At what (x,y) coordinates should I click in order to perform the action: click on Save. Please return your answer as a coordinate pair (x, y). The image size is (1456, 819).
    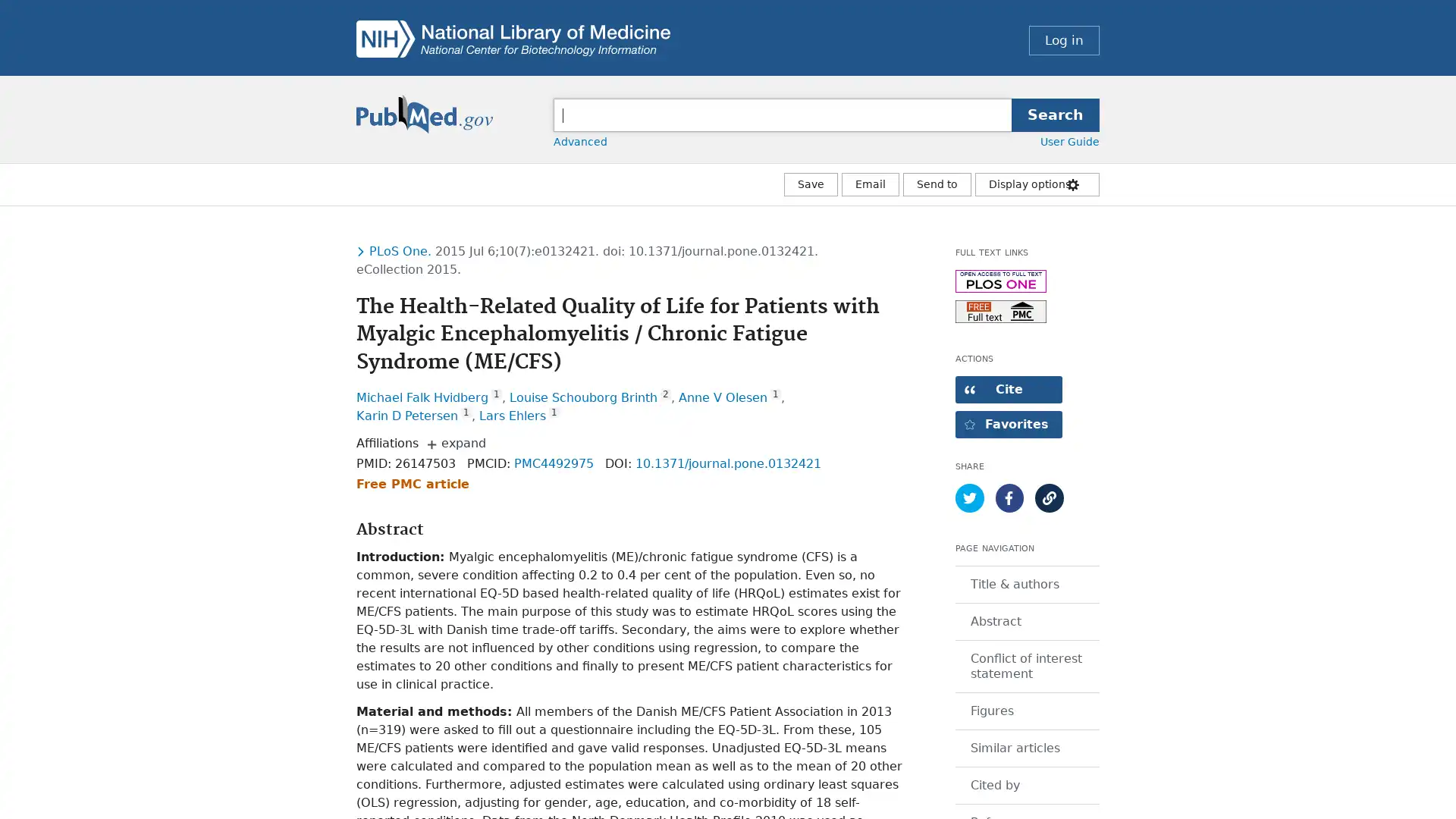
    Looking at the image, I should click on (810, 184).